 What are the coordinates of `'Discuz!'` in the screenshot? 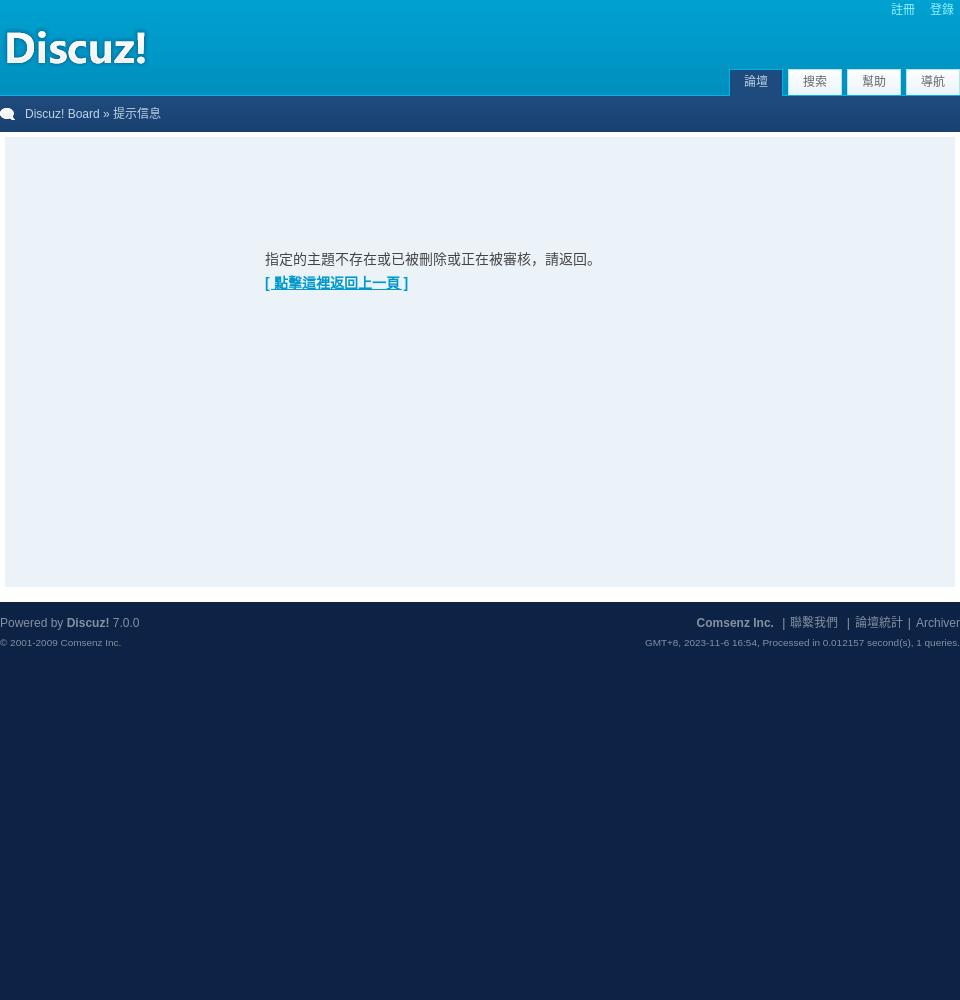 It's located at (87, 622).